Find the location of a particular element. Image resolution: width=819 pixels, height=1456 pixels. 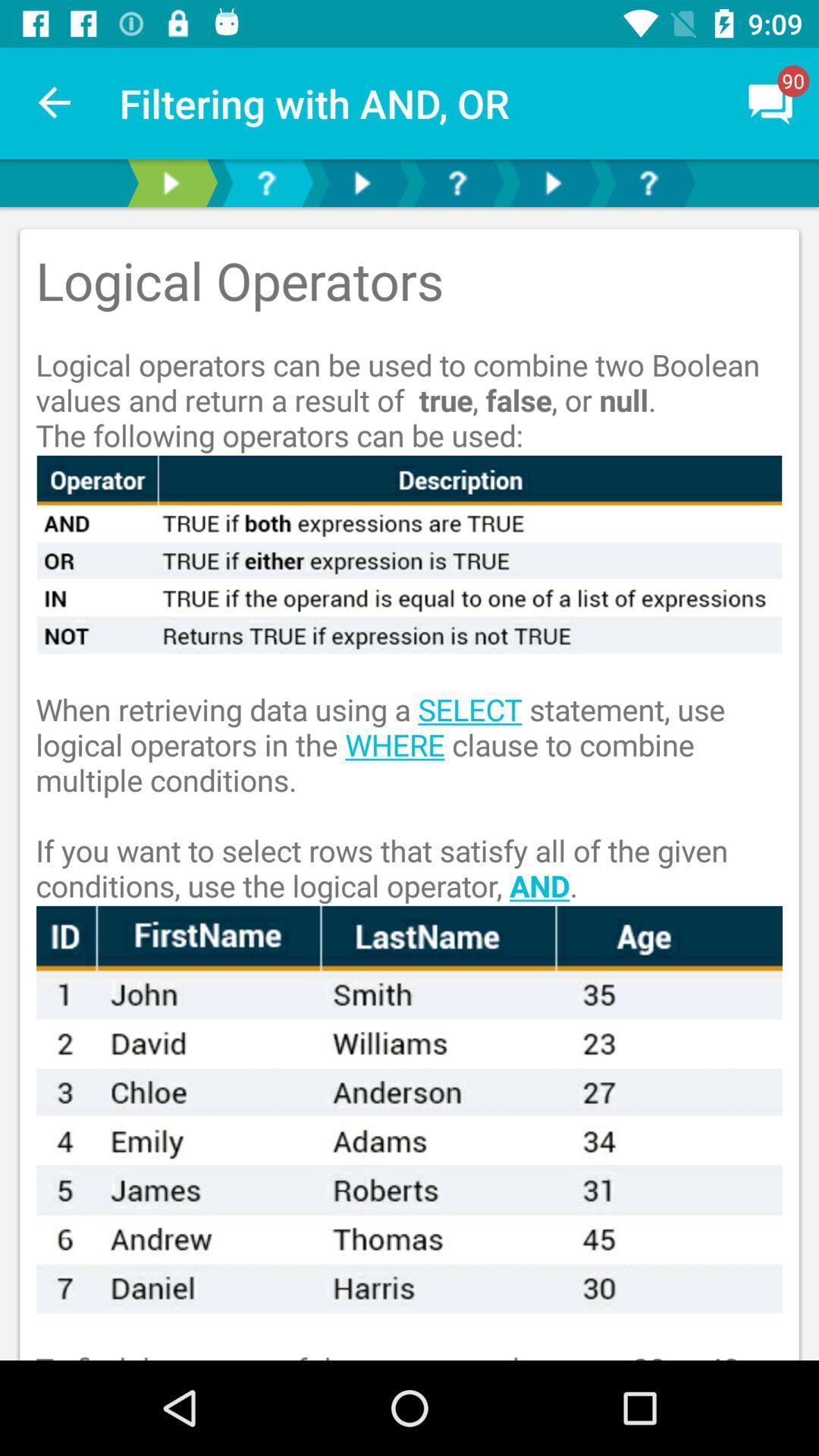

the icon above logical operators is located at coordinates (771, 102).